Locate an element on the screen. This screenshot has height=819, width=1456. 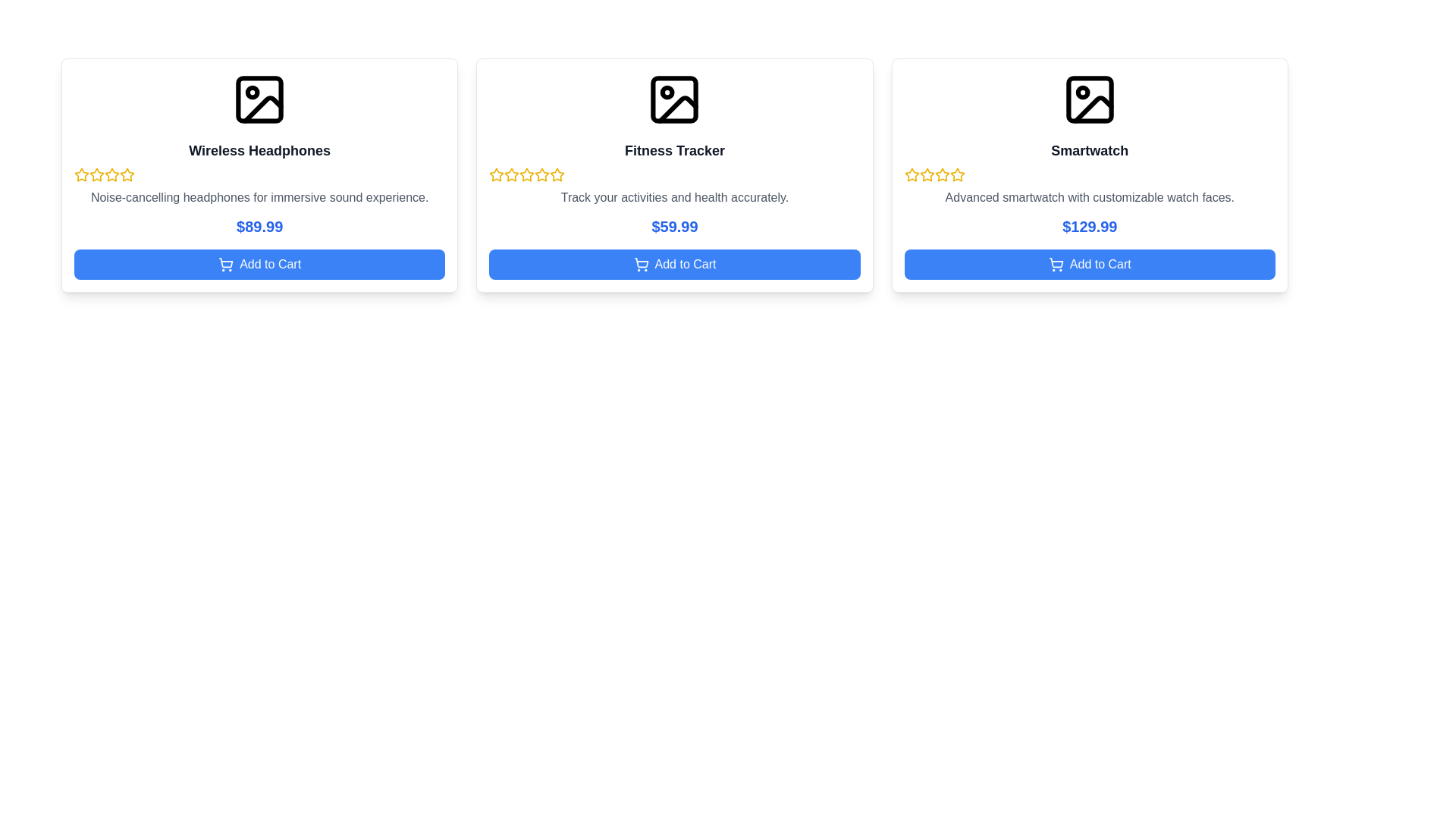
the SVG rectangle with rounded corners that symbolizes a smartwatch within the product card located at the rightmost position among three product cards is located at coordinates (1089, 99).